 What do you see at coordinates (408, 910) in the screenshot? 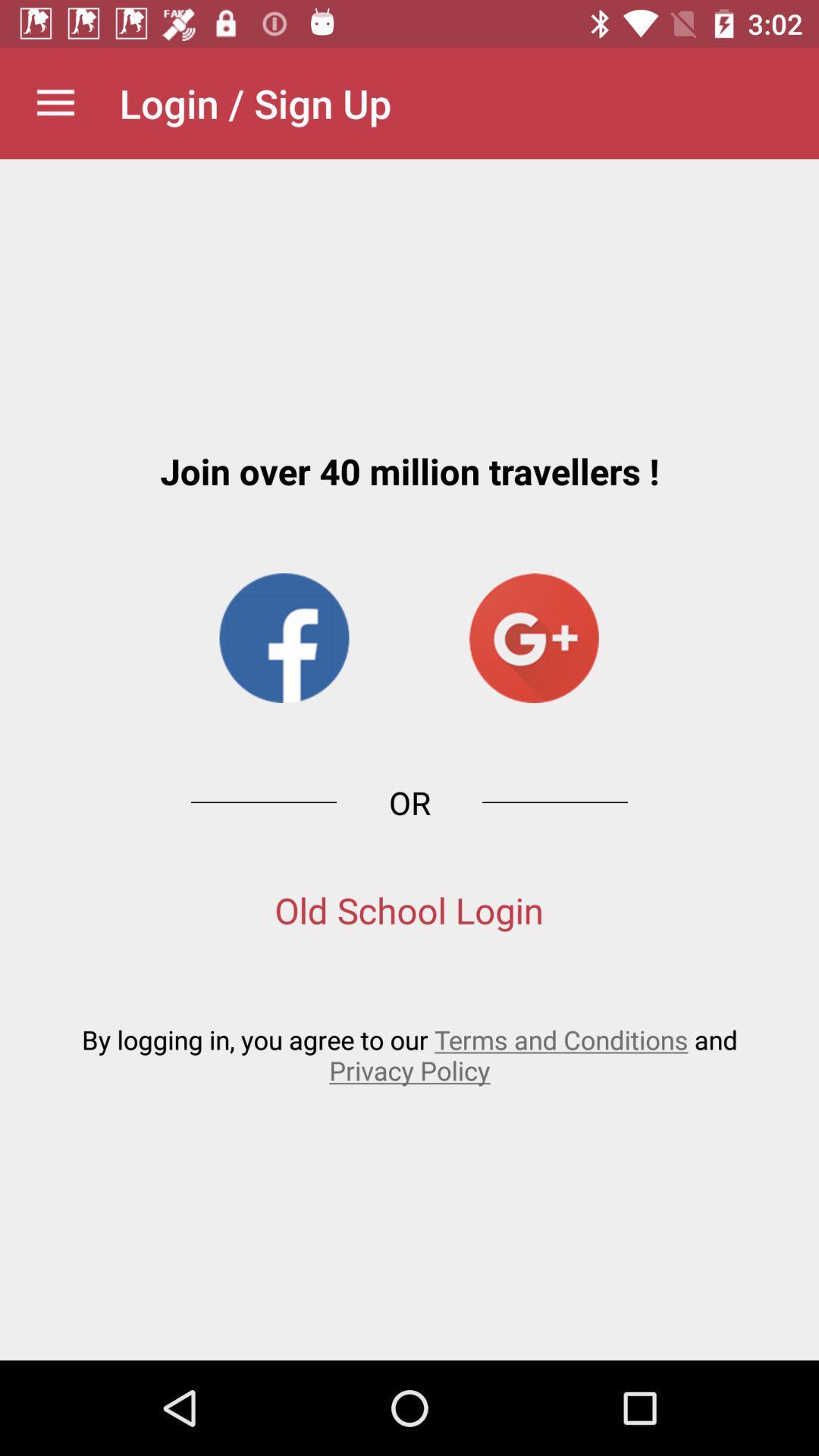
I see `the old school login` at bounding box center [408, 910].